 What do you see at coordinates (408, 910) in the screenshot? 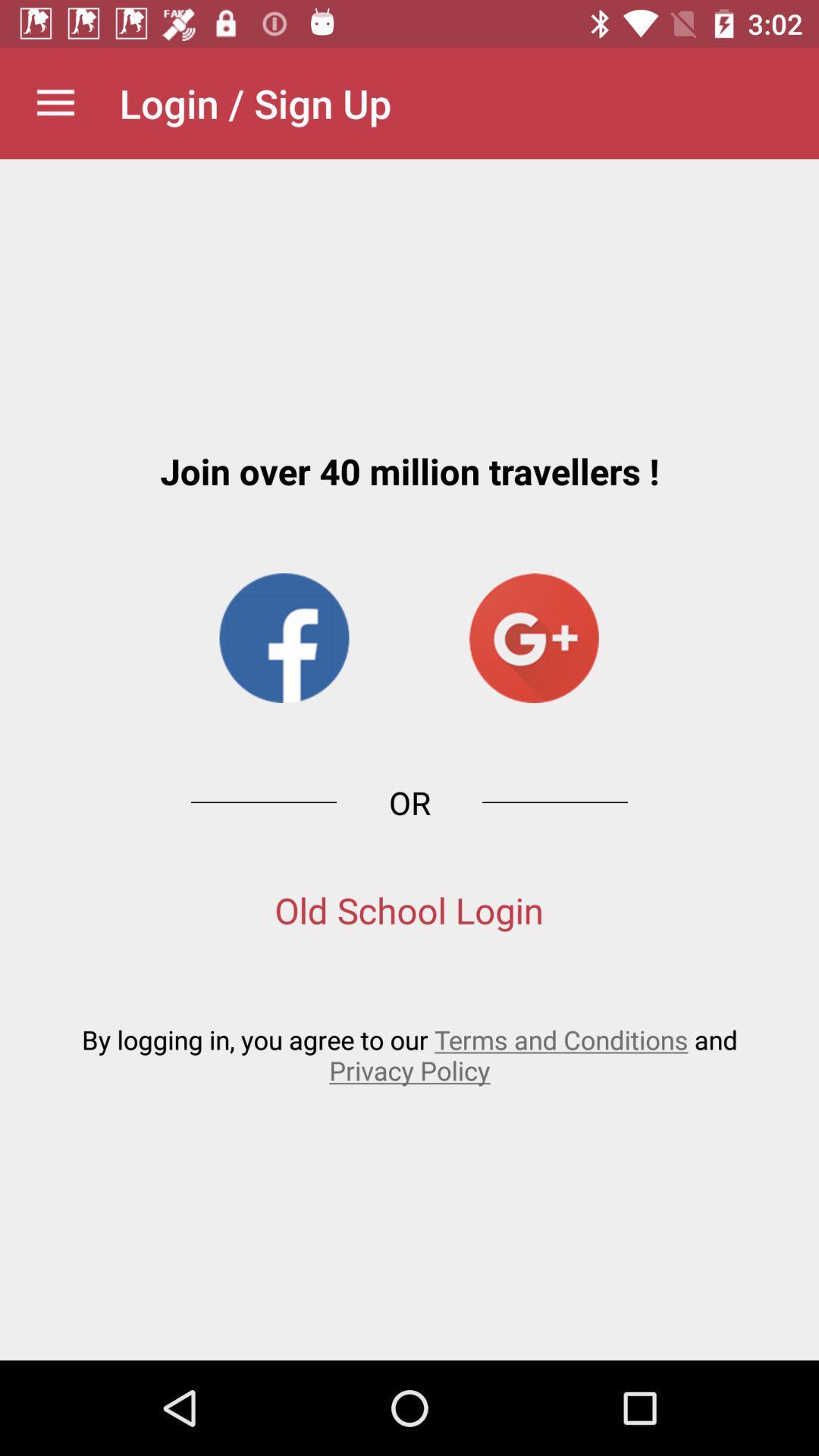
I see `the old school login` at bounding box center [408, 910].